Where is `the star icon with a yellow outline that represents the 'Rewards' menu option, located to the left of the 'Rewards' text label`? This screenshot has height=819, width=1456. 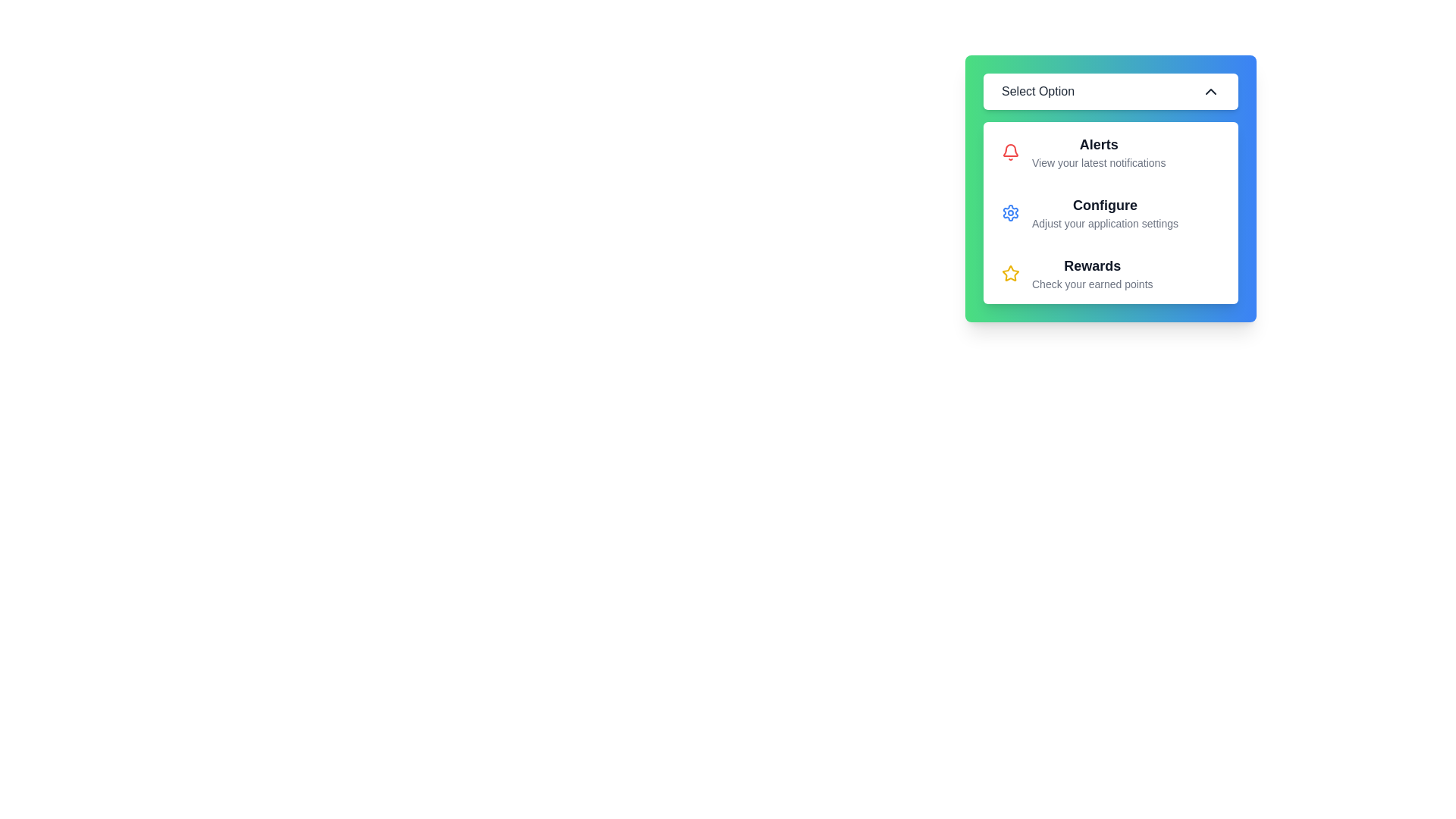 the star icon with a yellow outline that represents the 'Rewards' menu option, located to the left of the 'Rewards' text label is located at coordinates (1011, 274).